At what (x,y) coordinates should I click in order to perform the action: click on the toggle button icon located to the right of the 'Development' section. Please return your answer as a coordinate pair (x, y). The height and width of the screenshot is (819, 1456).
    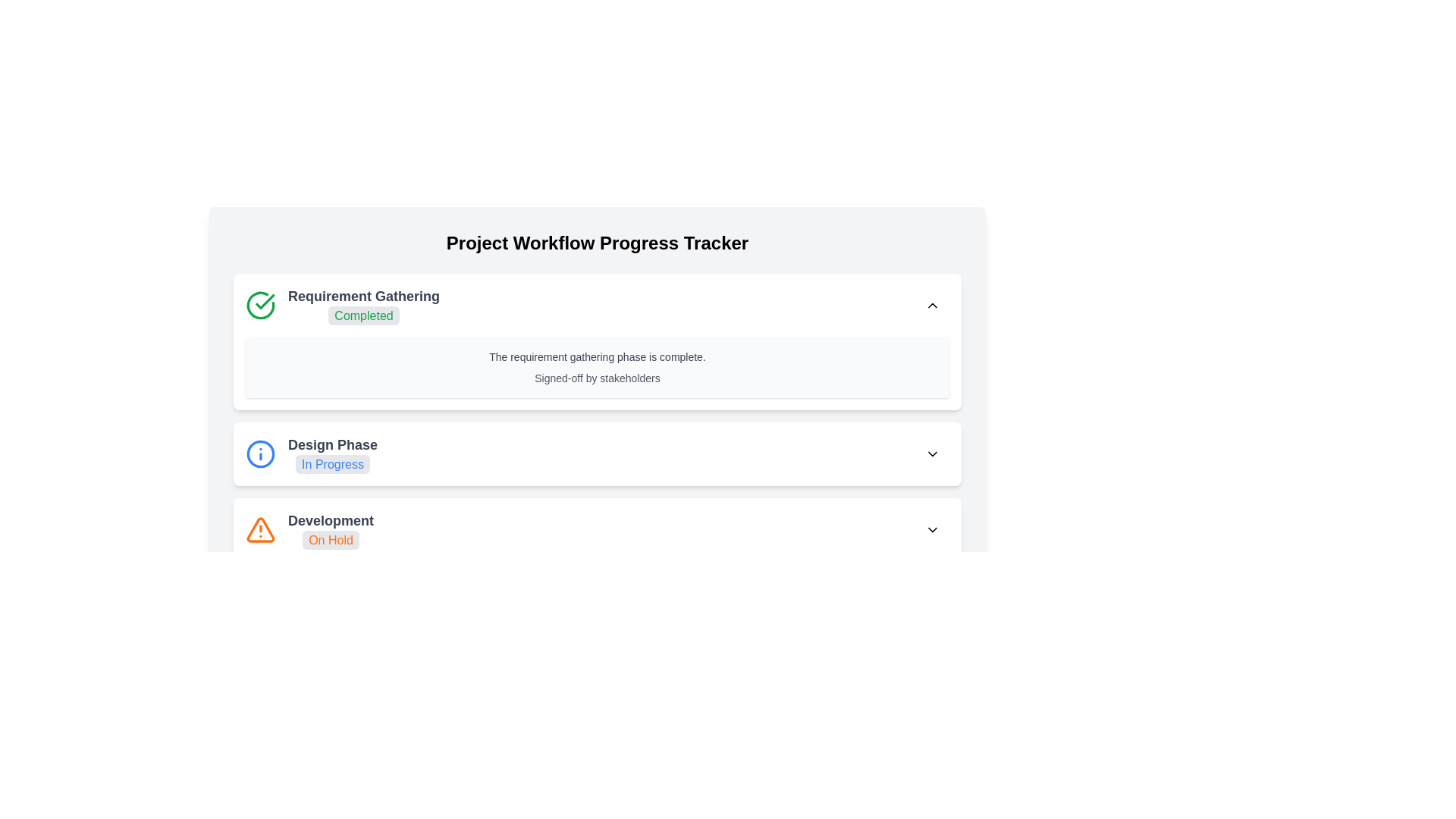
    Looking at the image, I should click on (931, 529).